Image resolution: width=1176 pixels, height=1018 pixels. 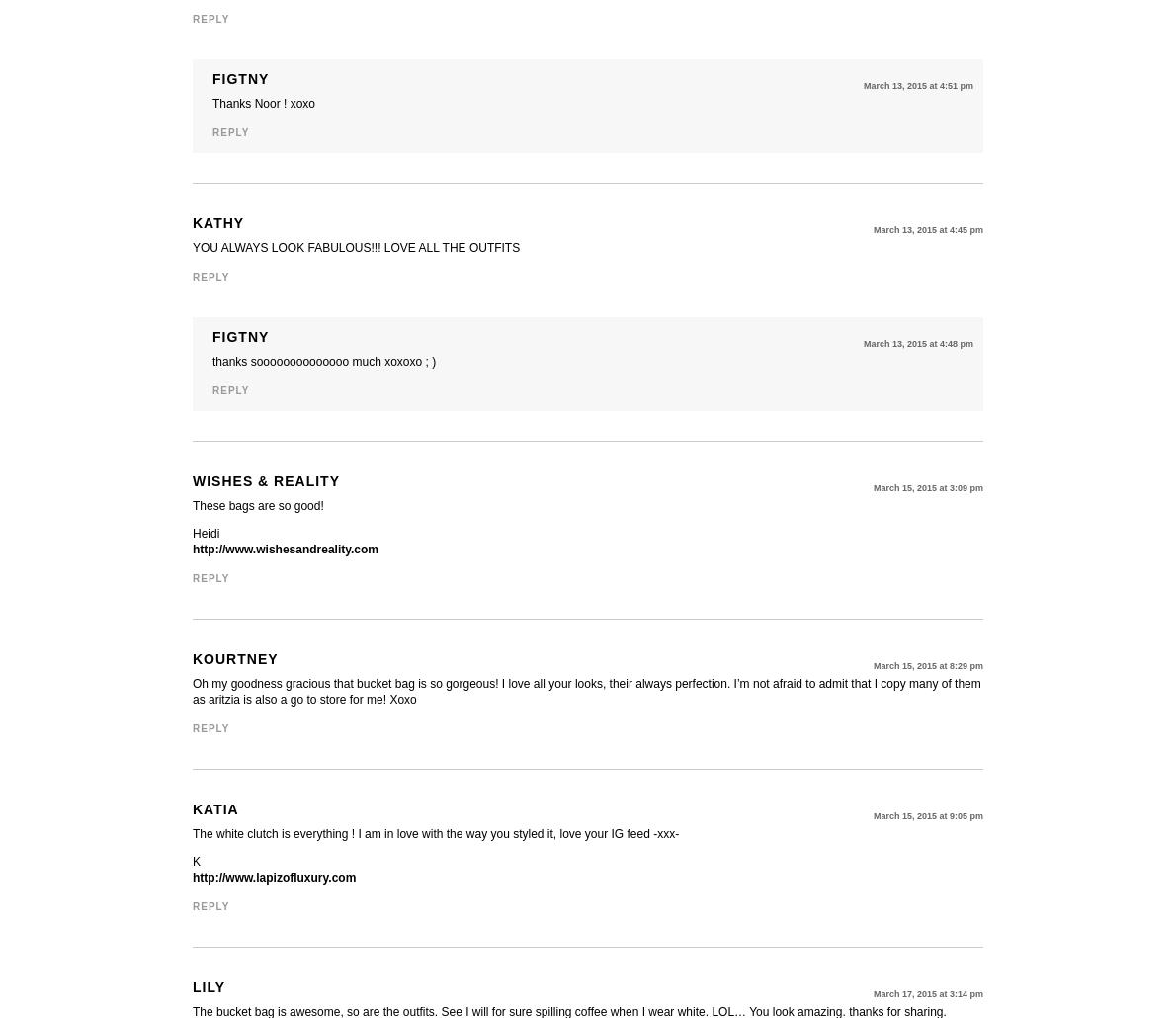 What do you see at coordinates (871, 486) in the screenshot?
I see `'March 15, 2015 at 3:09 pm'` at bounding box center [871, 486].